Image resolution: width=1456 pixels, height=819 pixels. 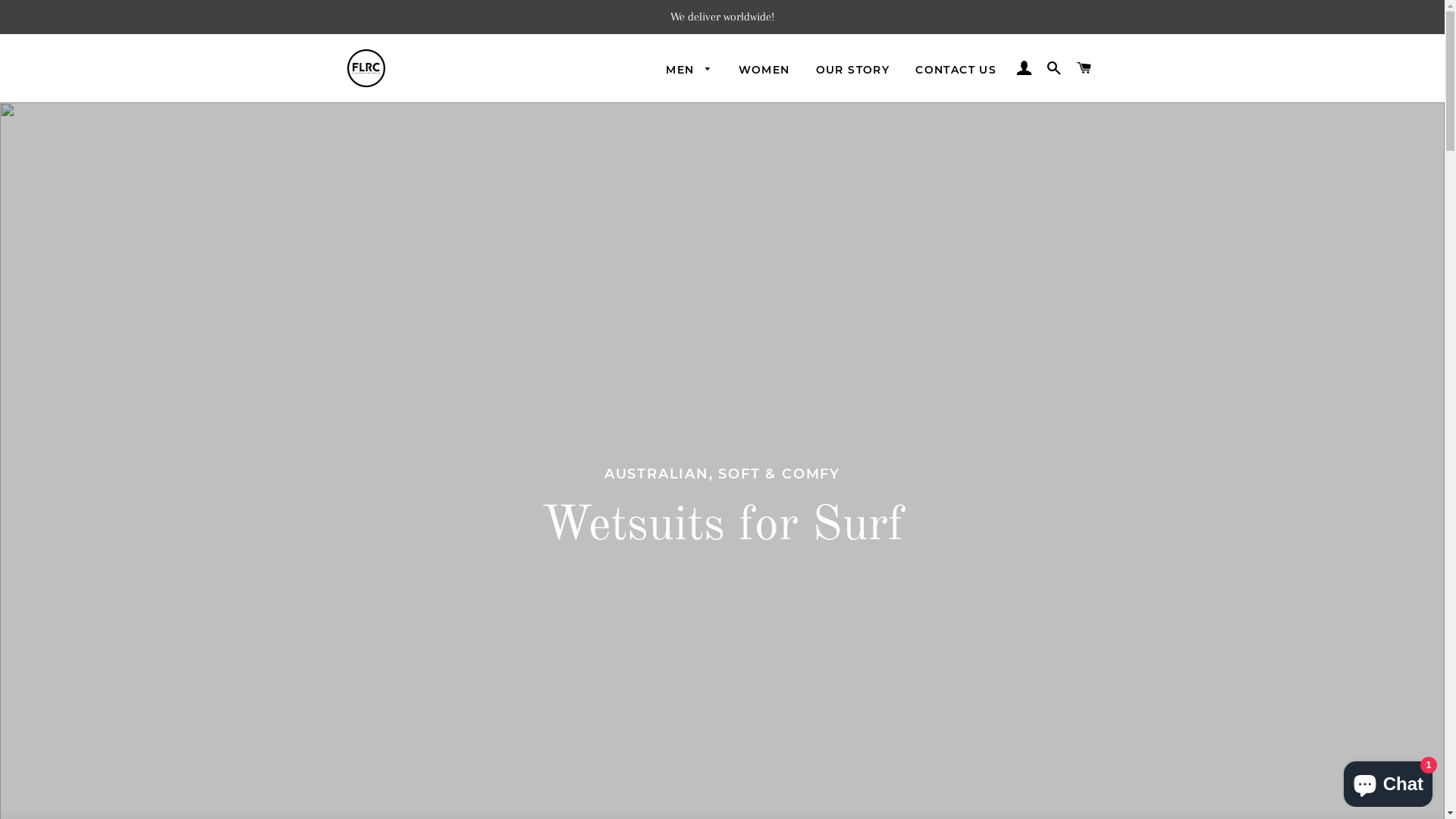 I want to click on 'CART', so click(x=1083, y=67).